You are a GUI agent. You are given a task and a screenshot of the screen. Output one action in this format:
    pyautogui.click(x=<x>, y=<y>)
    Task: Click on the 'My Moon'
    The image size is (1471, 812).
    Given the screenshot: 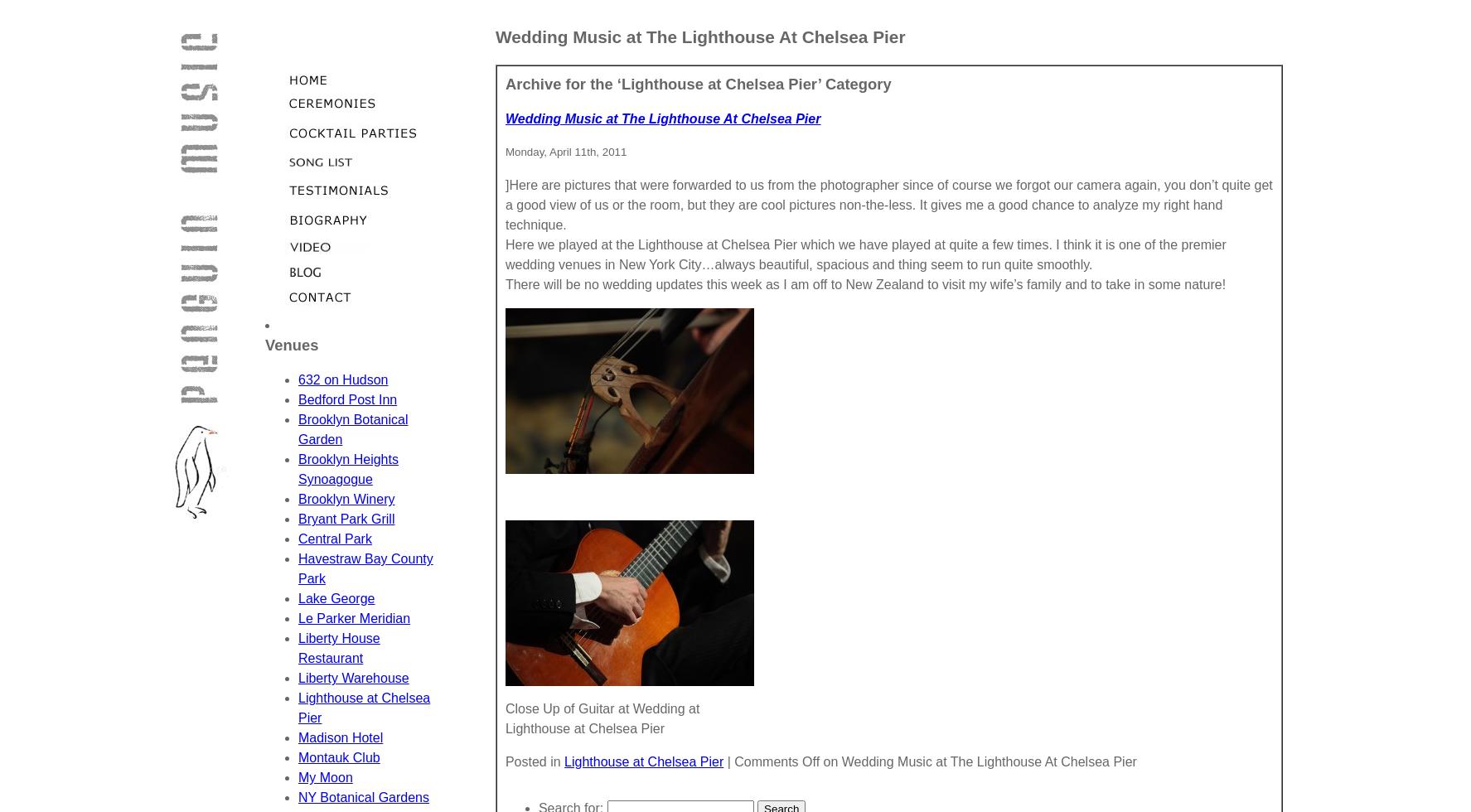 What is the action you would take?
    pyautogui.click(x=323, y=777)
    